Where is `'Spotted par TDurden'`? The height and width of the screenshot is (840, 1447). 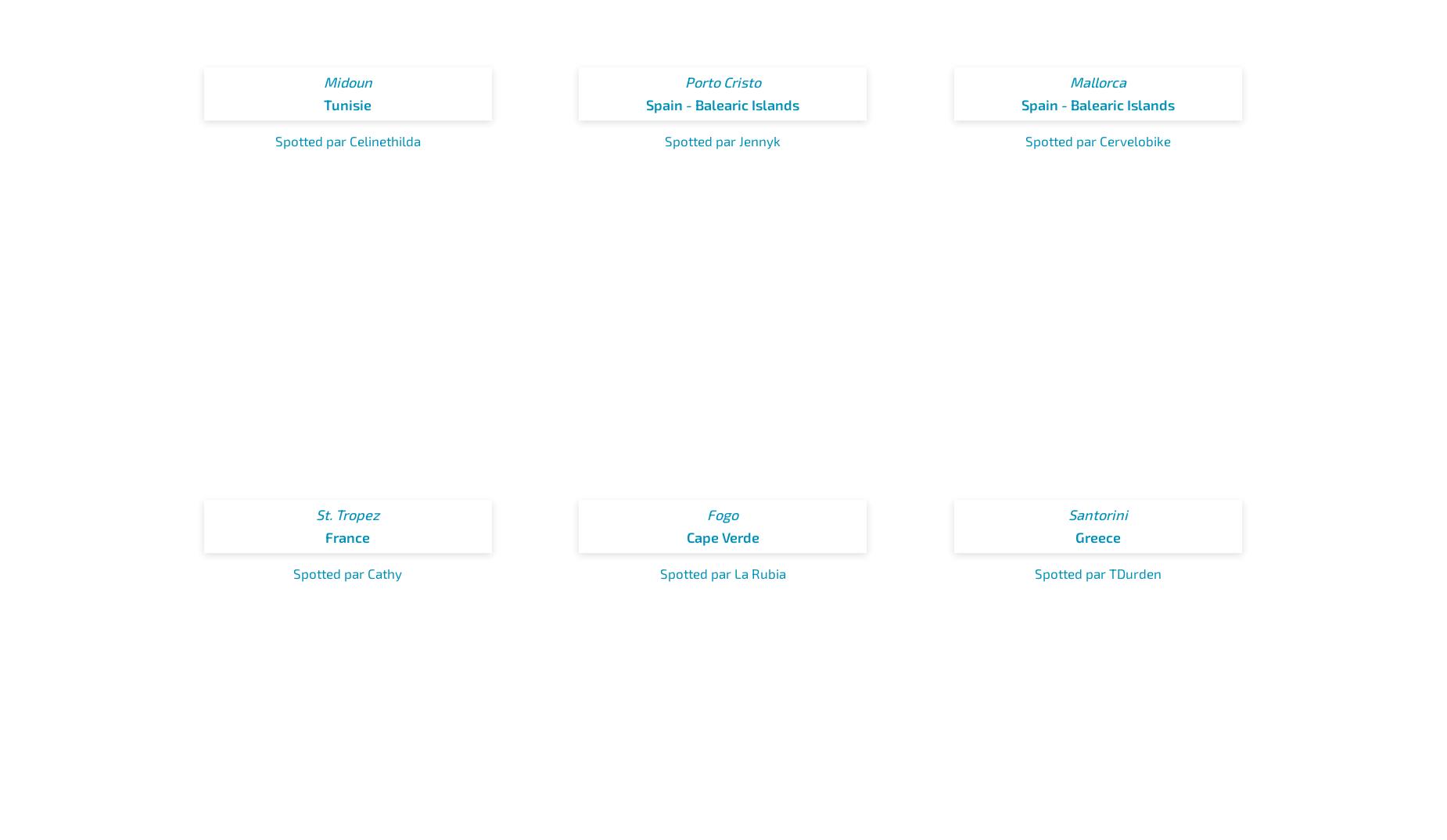
'Spotted par TDurden' is located at coordinates (1097, 573).